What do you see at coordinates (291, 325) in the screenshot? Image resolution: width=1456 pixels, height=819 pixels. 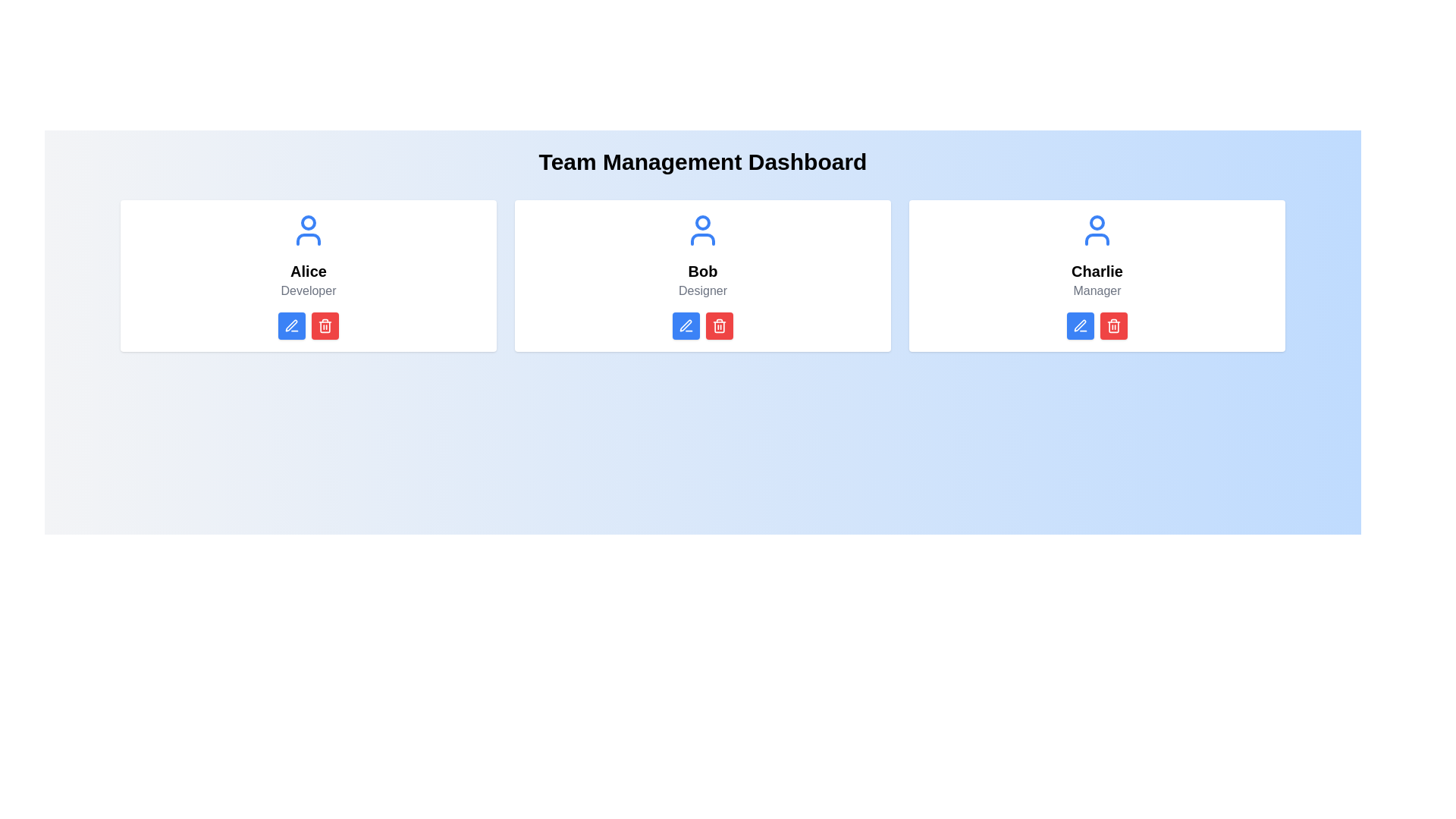 I see `the icon within the edit button located on the left-hand side of the button group for 'Alice, Developer' to initiate the edit action` at bounding box center [291, 325].